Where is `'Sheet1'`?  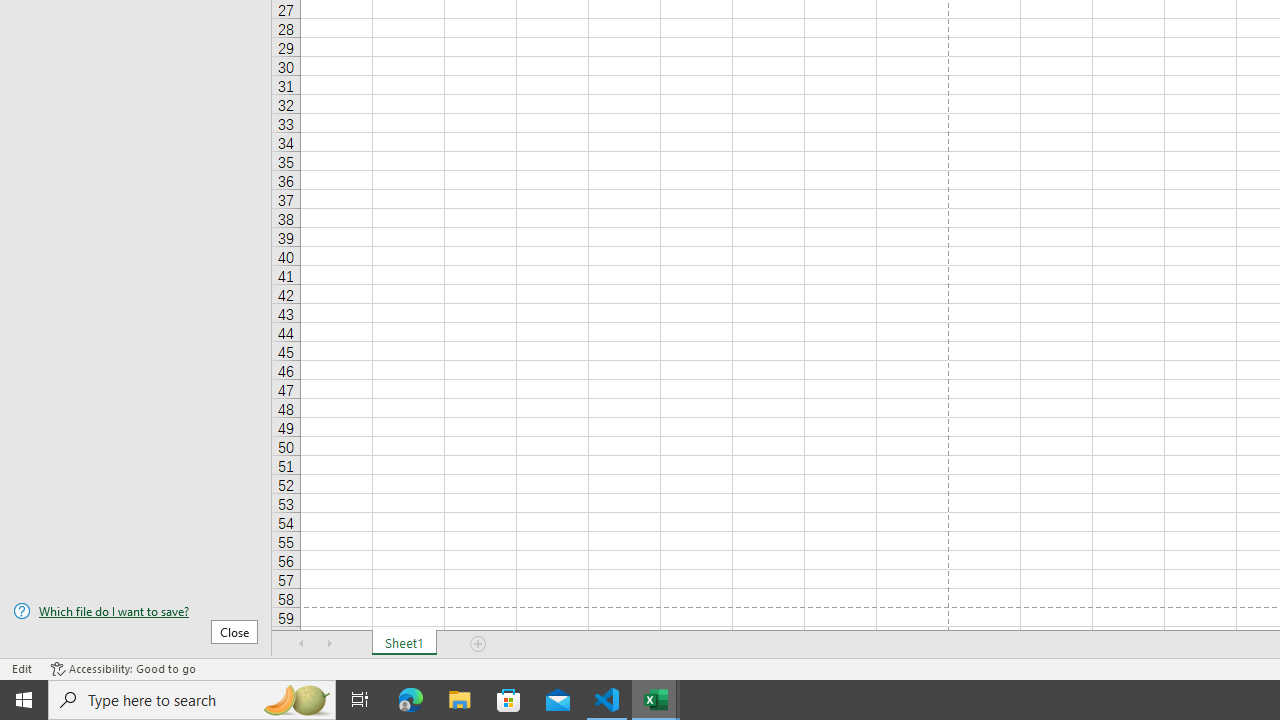
'Sheet1' is located at coordinates (403, 644).